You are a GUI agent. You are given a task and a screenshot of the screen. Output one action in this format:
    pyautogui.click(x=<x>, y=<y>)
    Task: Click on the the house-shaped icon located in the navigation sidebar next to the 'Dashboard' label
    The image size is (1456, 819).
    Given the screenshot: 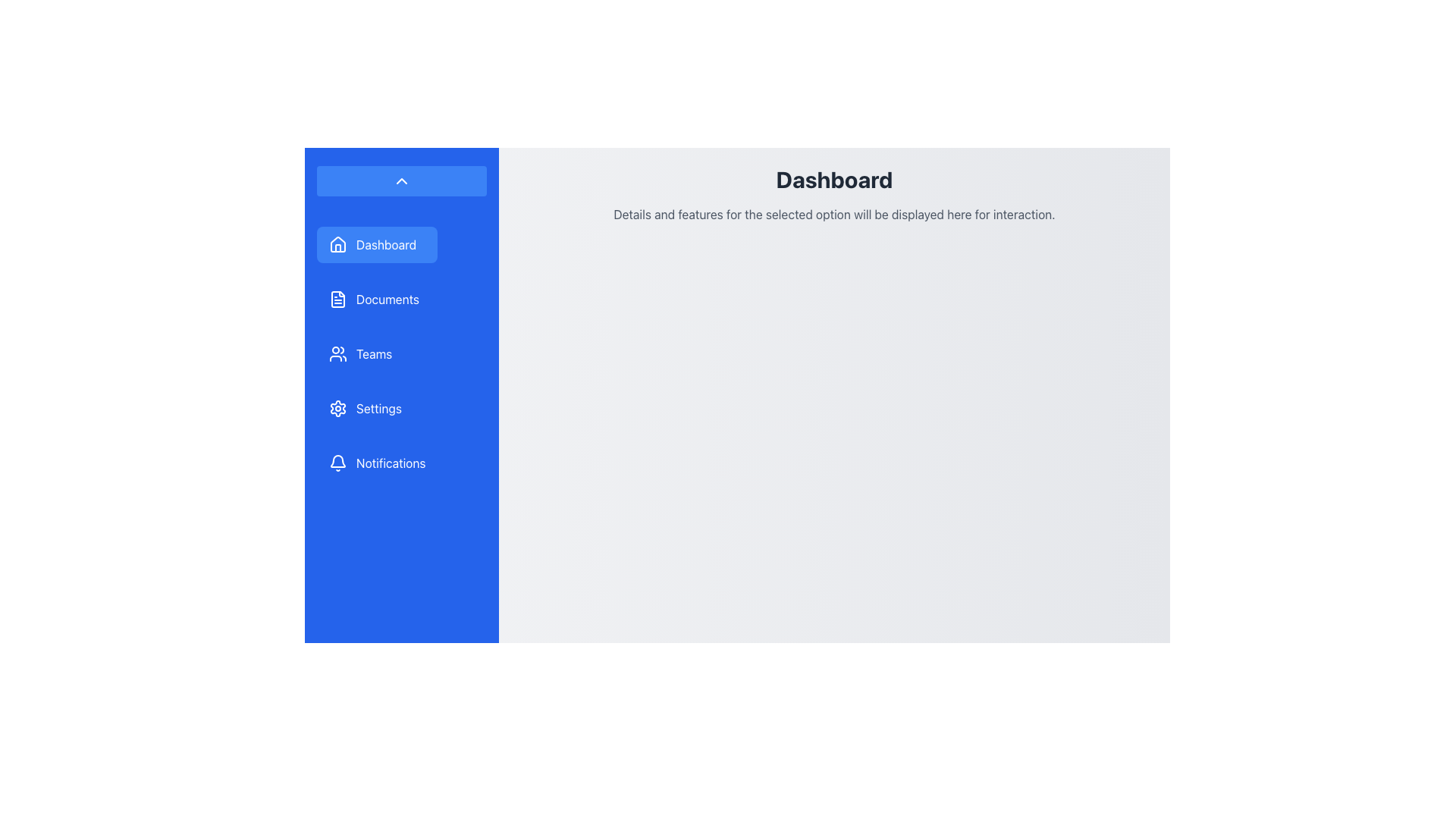 What is the action you would take?
    pyautogui.click(x=337, y=243)
    